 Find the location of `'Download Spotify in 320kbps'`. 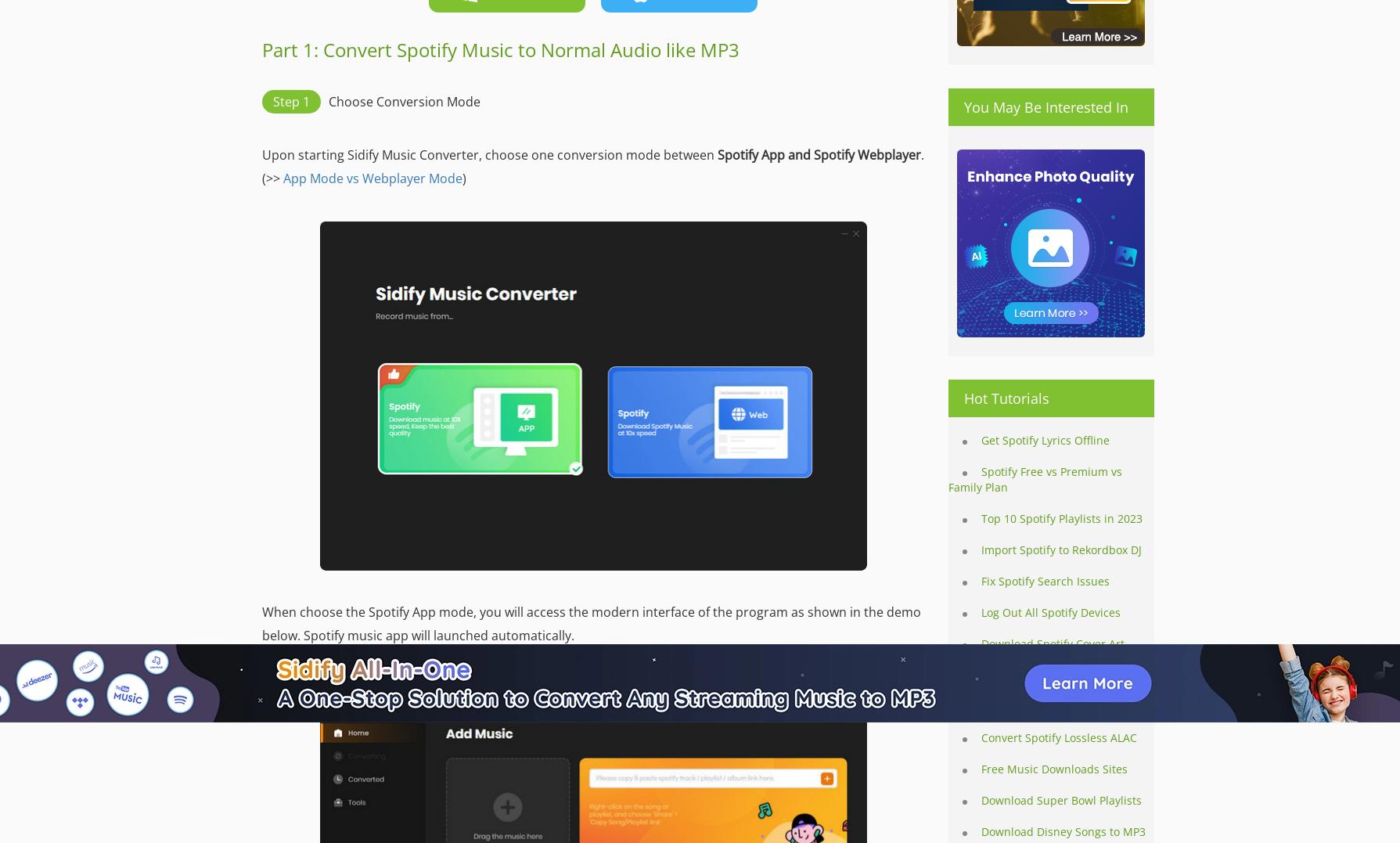

'Download Spotify in 320kbps' is located at coordinates (1057, 706).